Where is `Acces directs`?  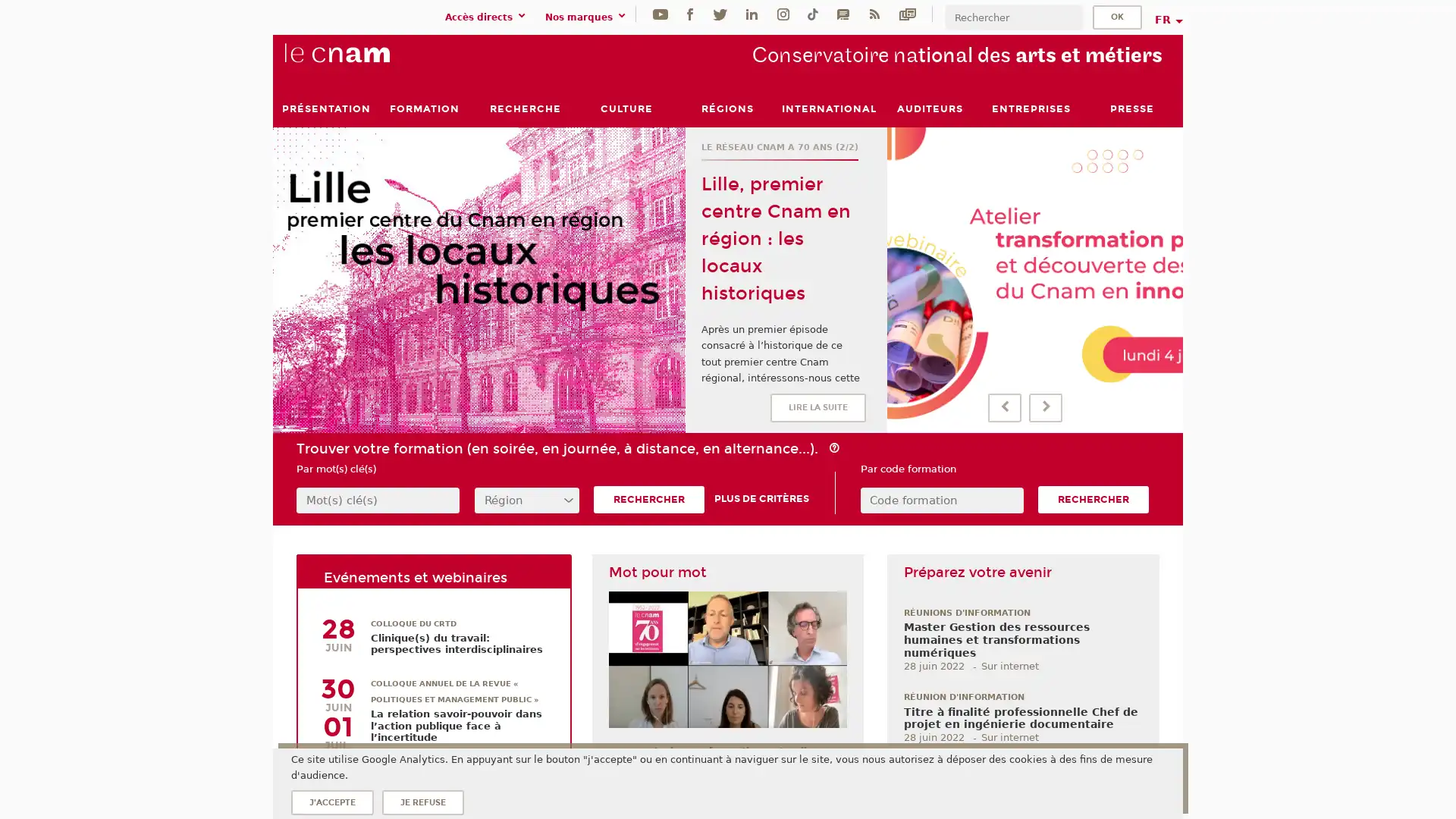 Acces directs is located at coordinates (488, 17).